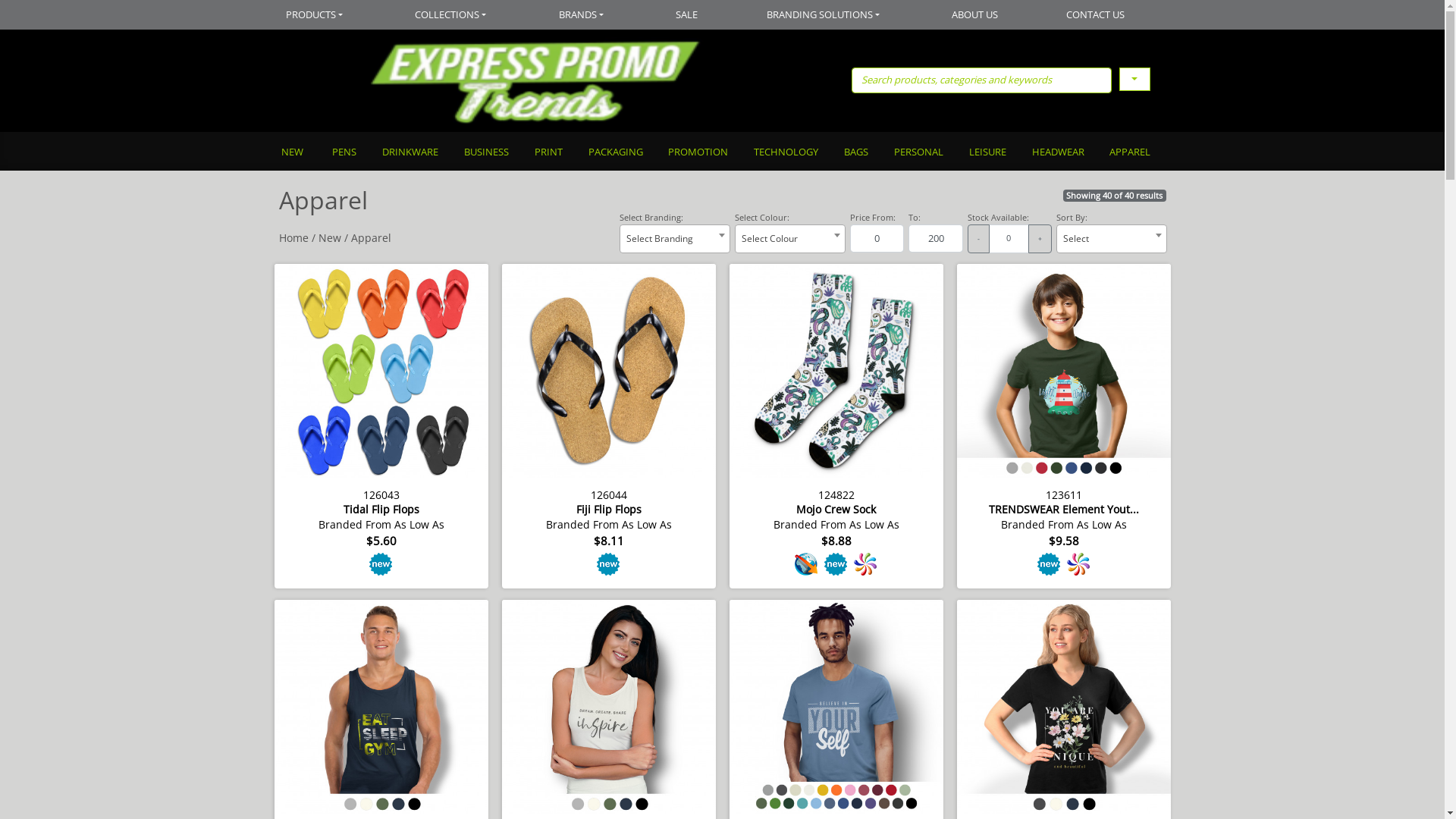 This screenshot has width=1456, height=819. I want to click on 'PERSONAL', so click(880, 152).